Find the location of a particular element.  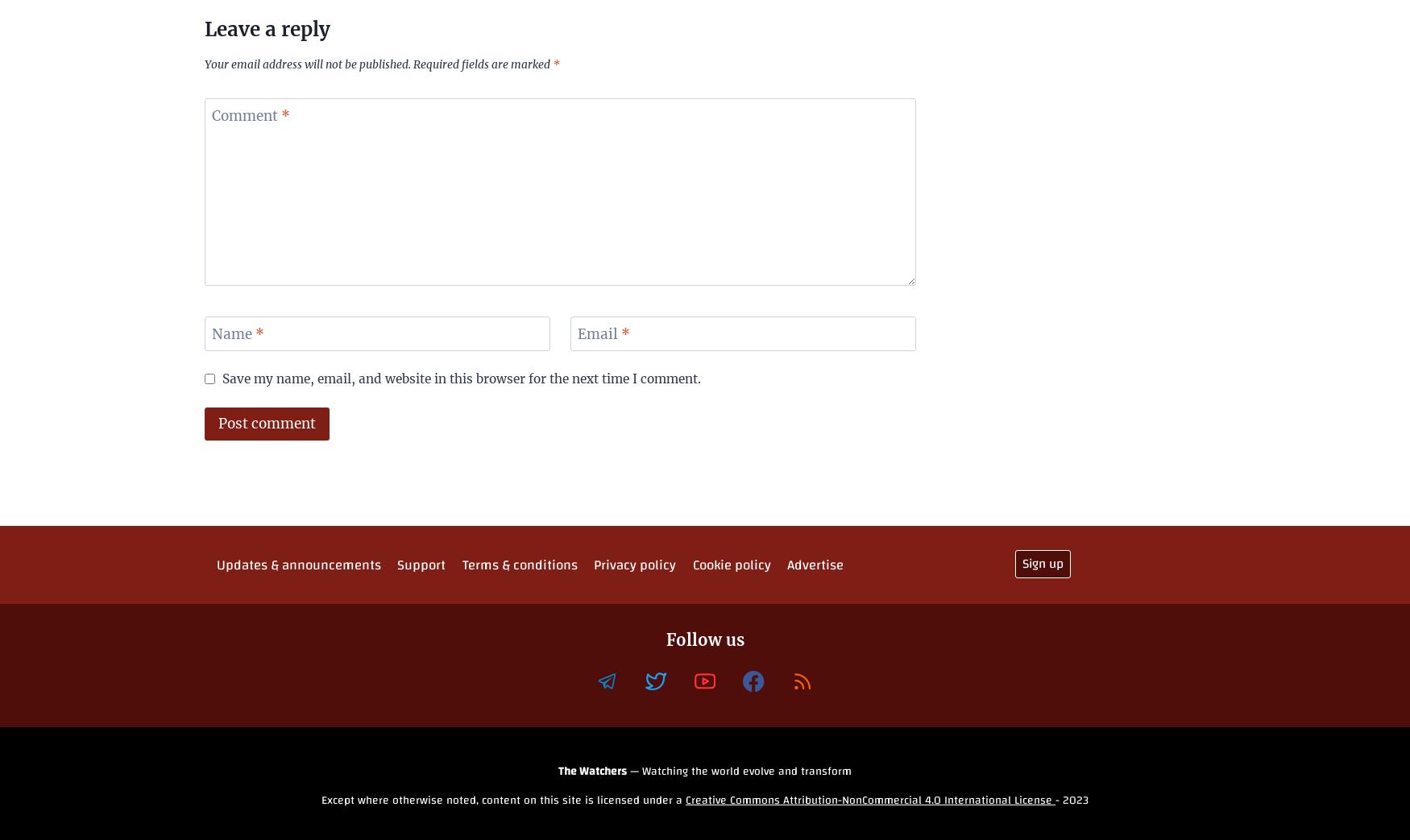

'Name' is located at coordinates (231, 333).